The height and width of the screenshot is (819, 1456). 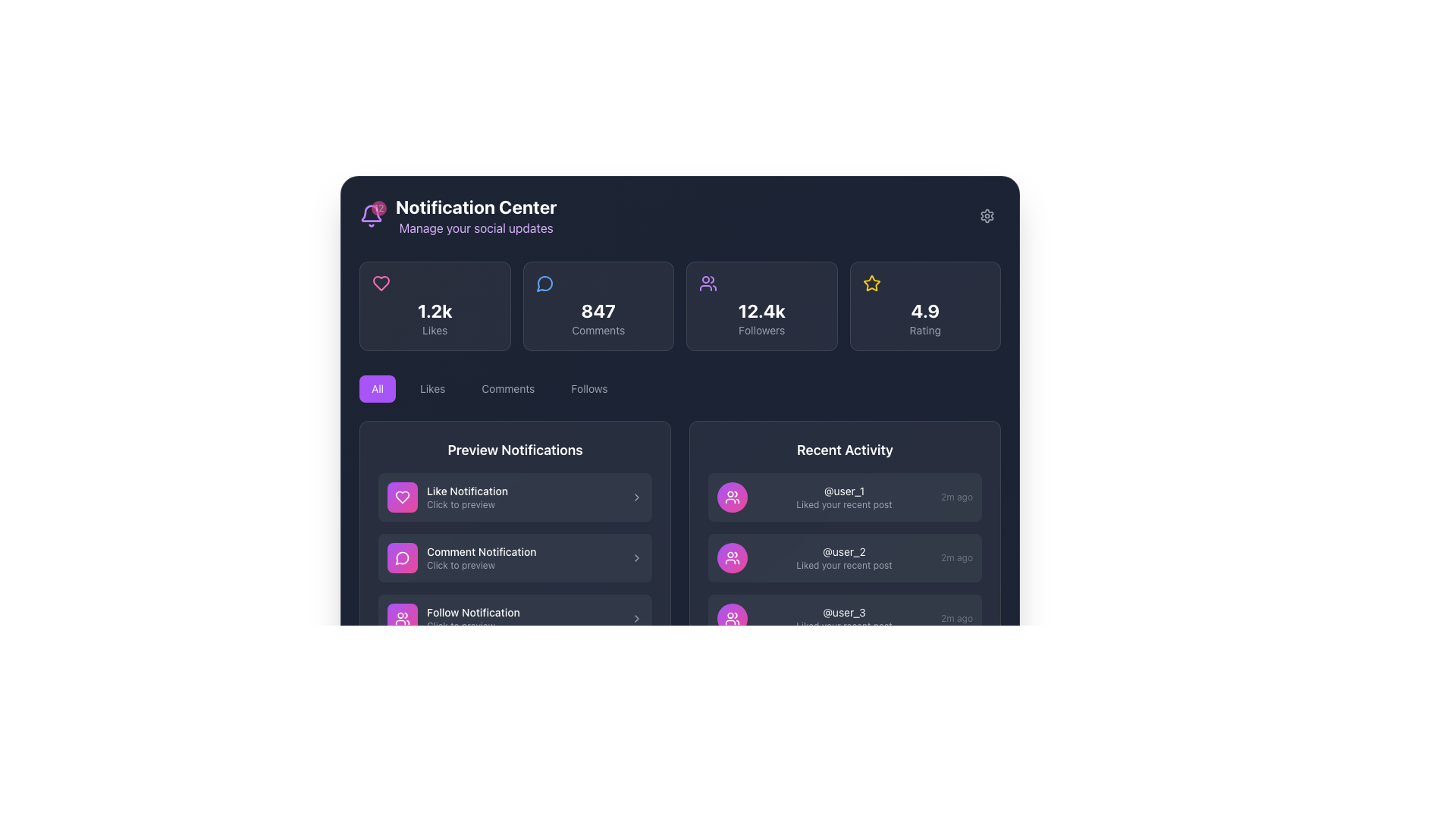 I want to click on the Avatar styled as a circular gradient background with a white user group icon, located in the 'Recent Activity' section next to '@user_3 Liked your recent post', so click(x=732, y=619).